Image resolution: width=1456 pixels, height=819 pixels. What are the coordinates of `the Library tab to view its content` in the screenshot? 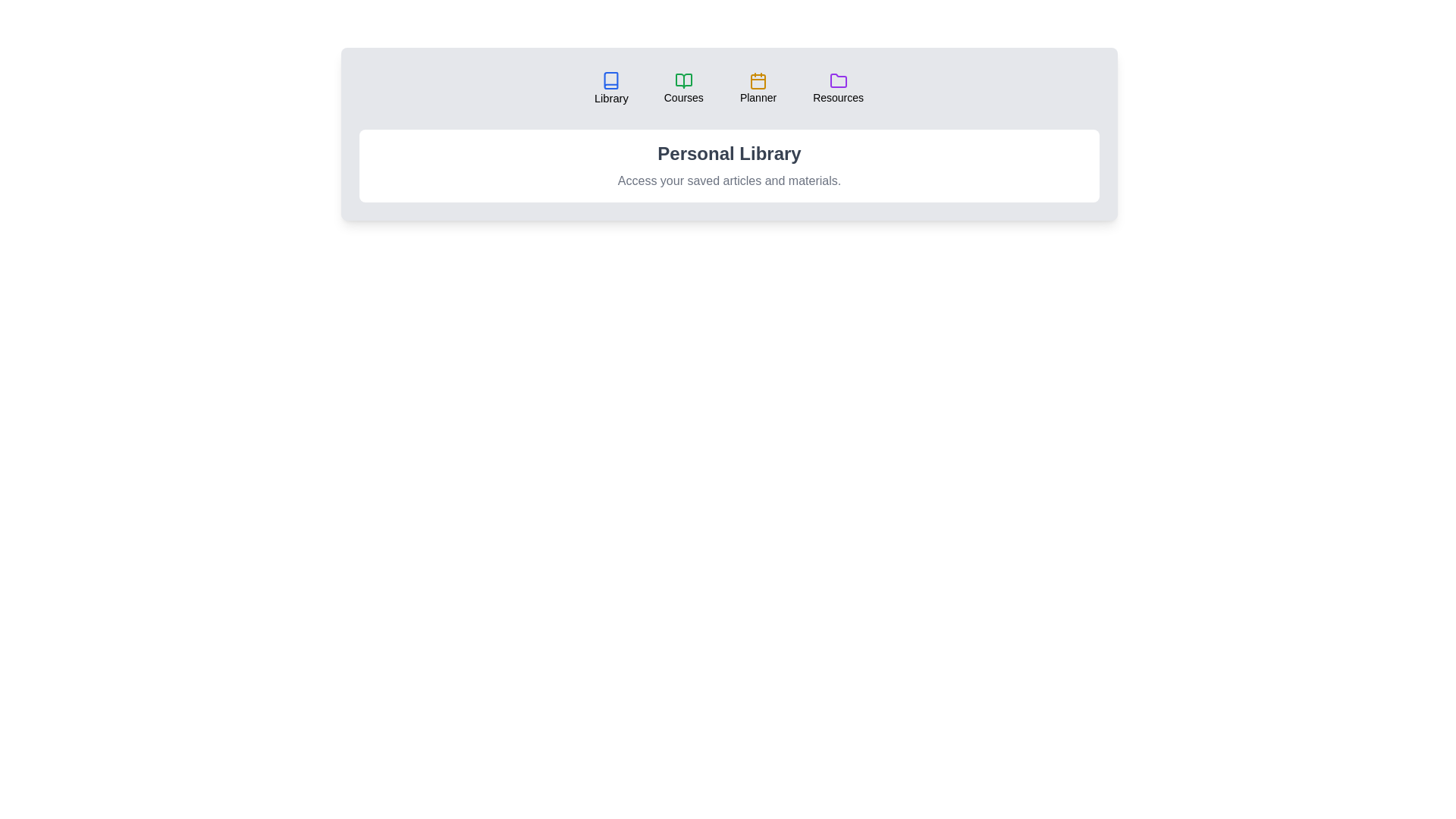 It's located at (611, 88).